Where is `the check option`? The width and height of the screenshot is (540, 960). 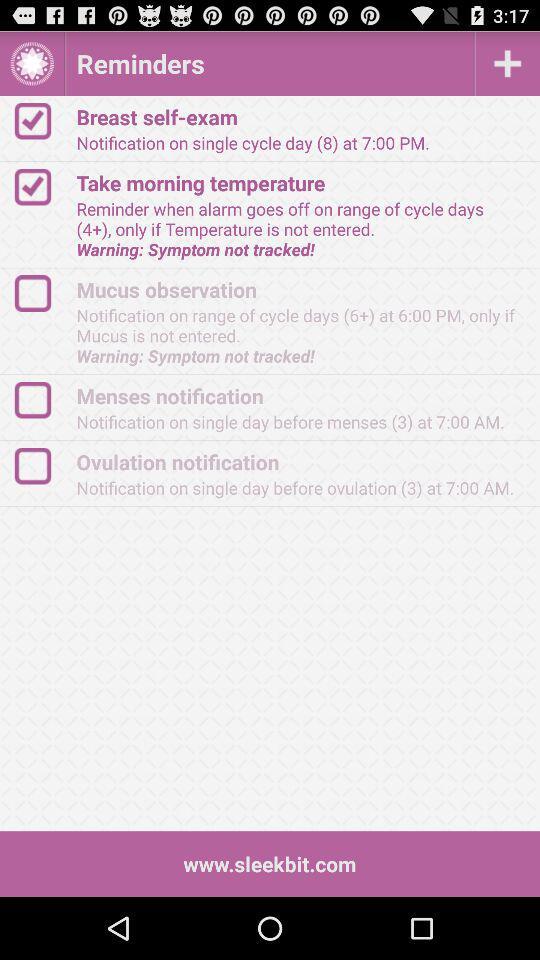 the check option is located at coordinates (42, 187).